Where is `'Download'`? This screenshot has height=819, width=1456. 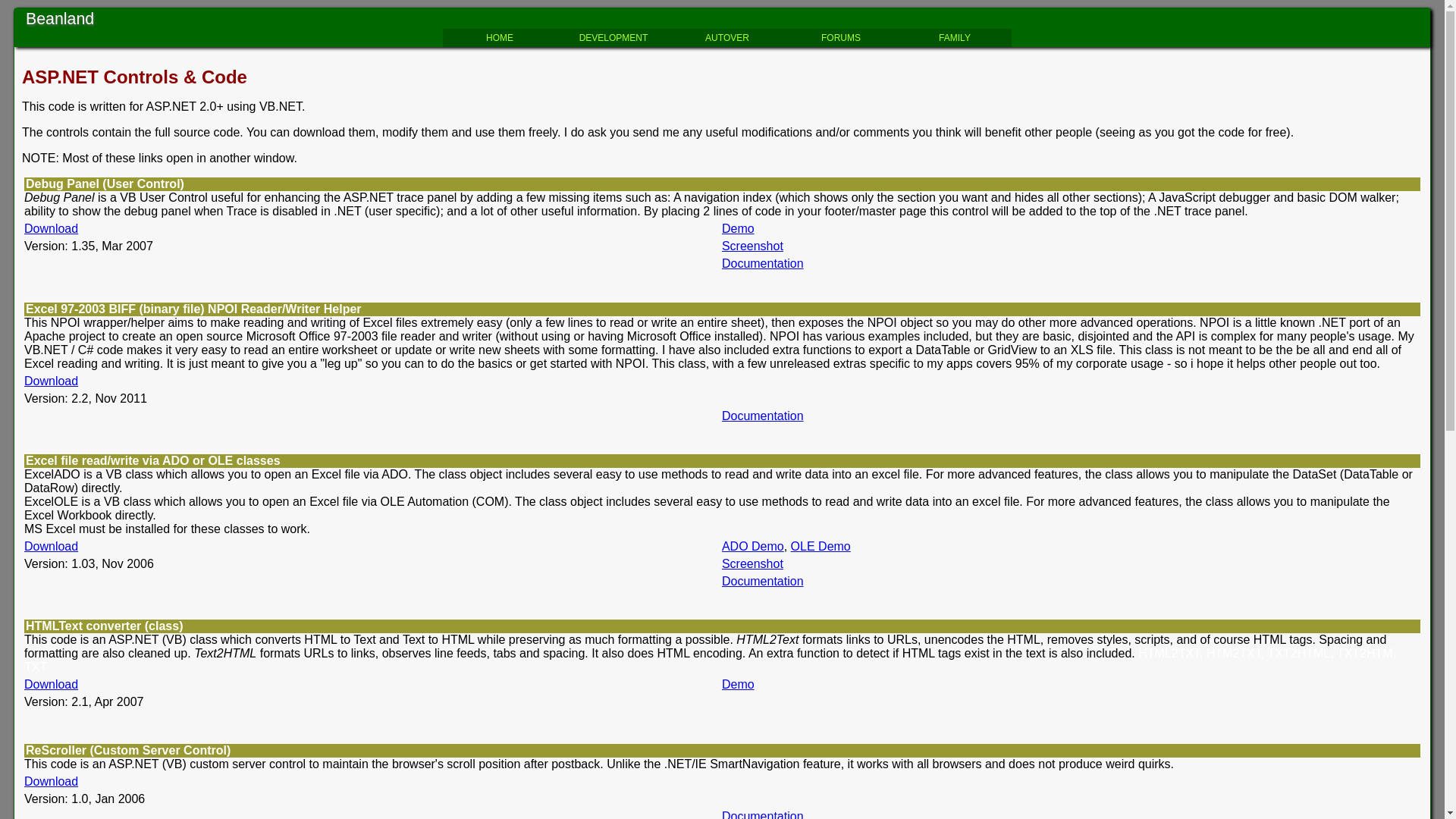 'Download' is located at coordinates (51, 380).